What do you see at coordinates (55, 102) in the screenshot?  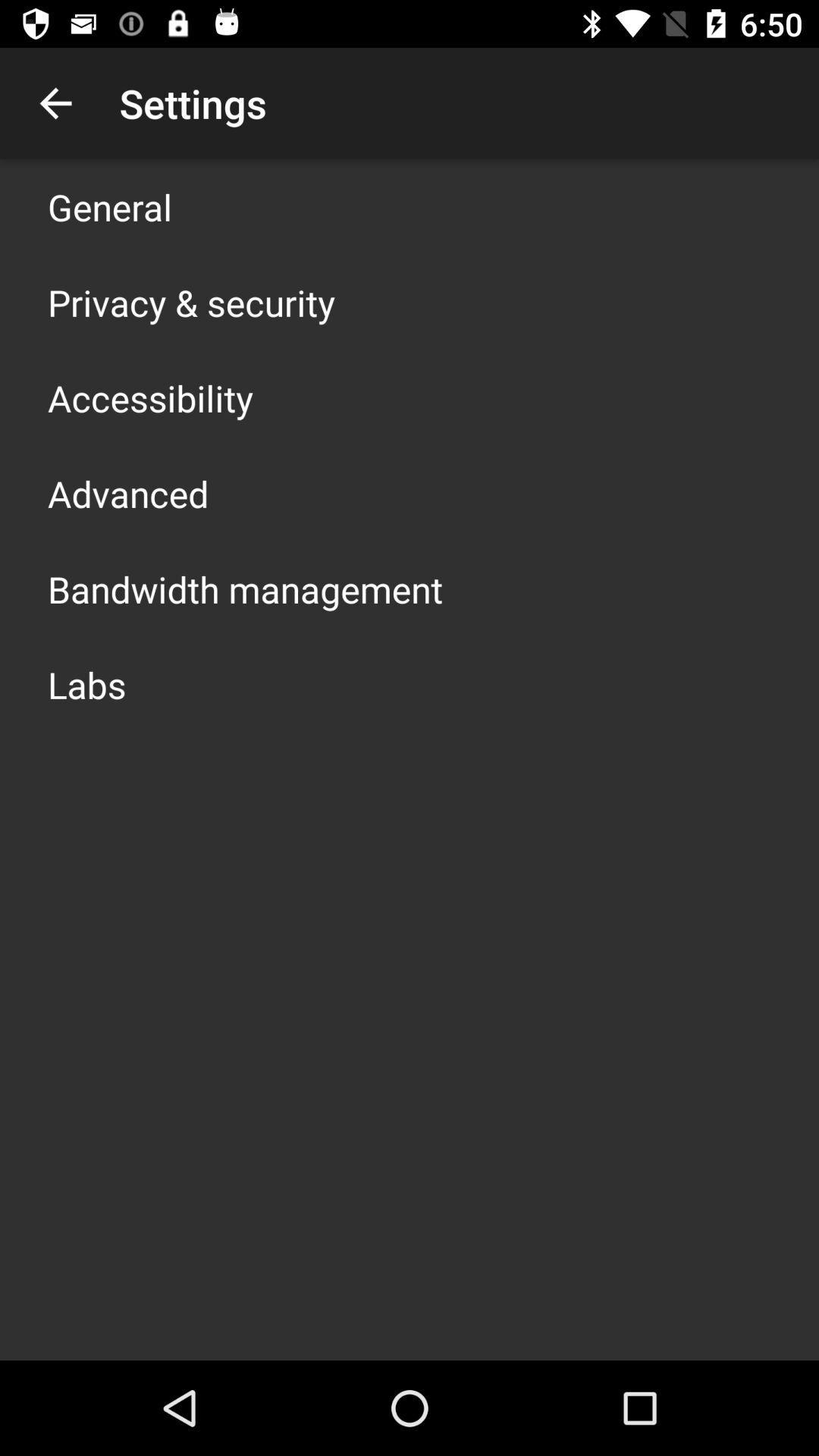 I see `item to the left of settings icon` at bounding box center [55, 102].